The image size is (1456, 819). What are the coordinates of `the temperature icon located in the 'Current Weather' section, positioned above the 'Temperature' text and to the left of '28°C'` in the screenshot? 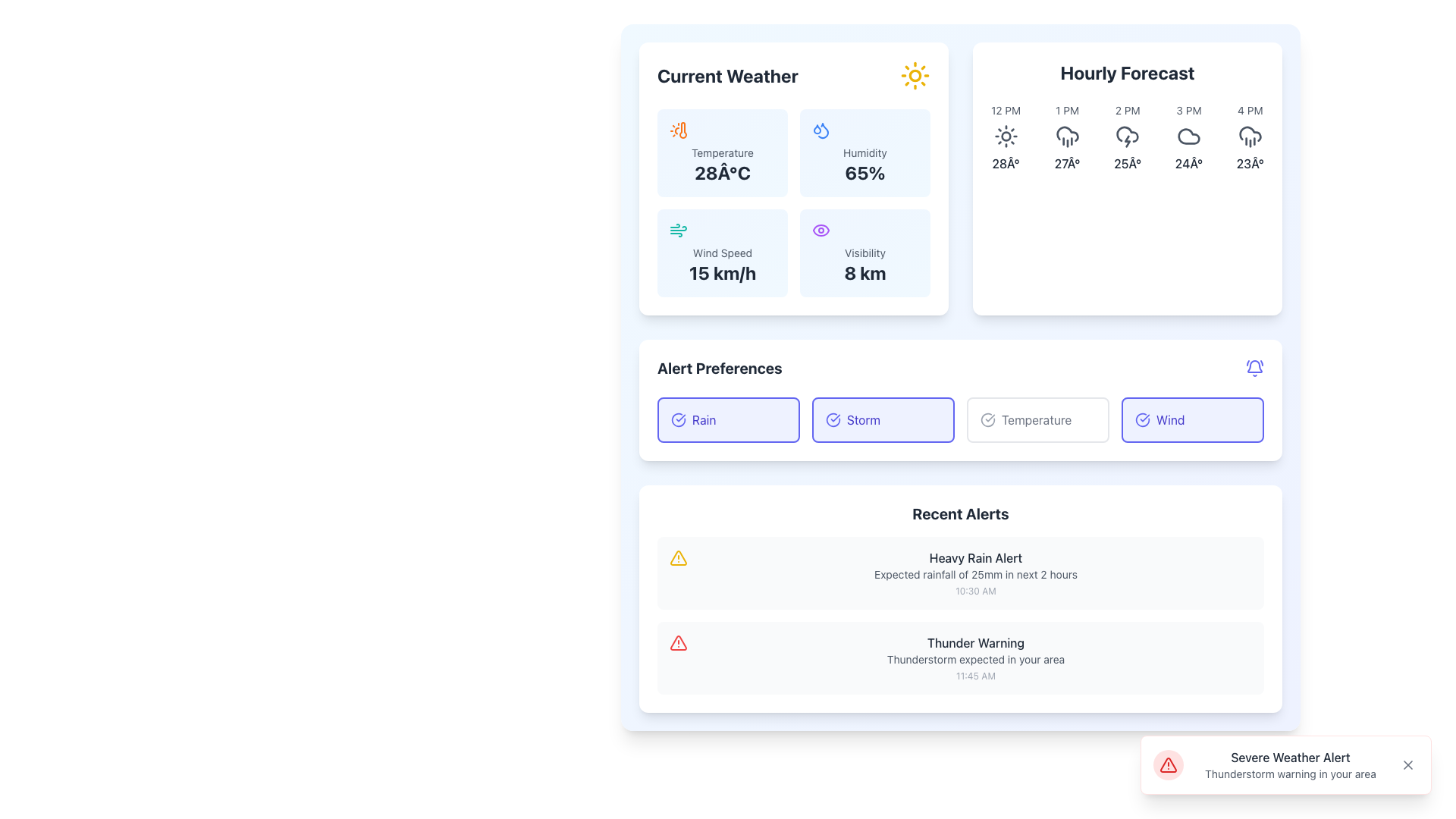 It's located at (677, 130).